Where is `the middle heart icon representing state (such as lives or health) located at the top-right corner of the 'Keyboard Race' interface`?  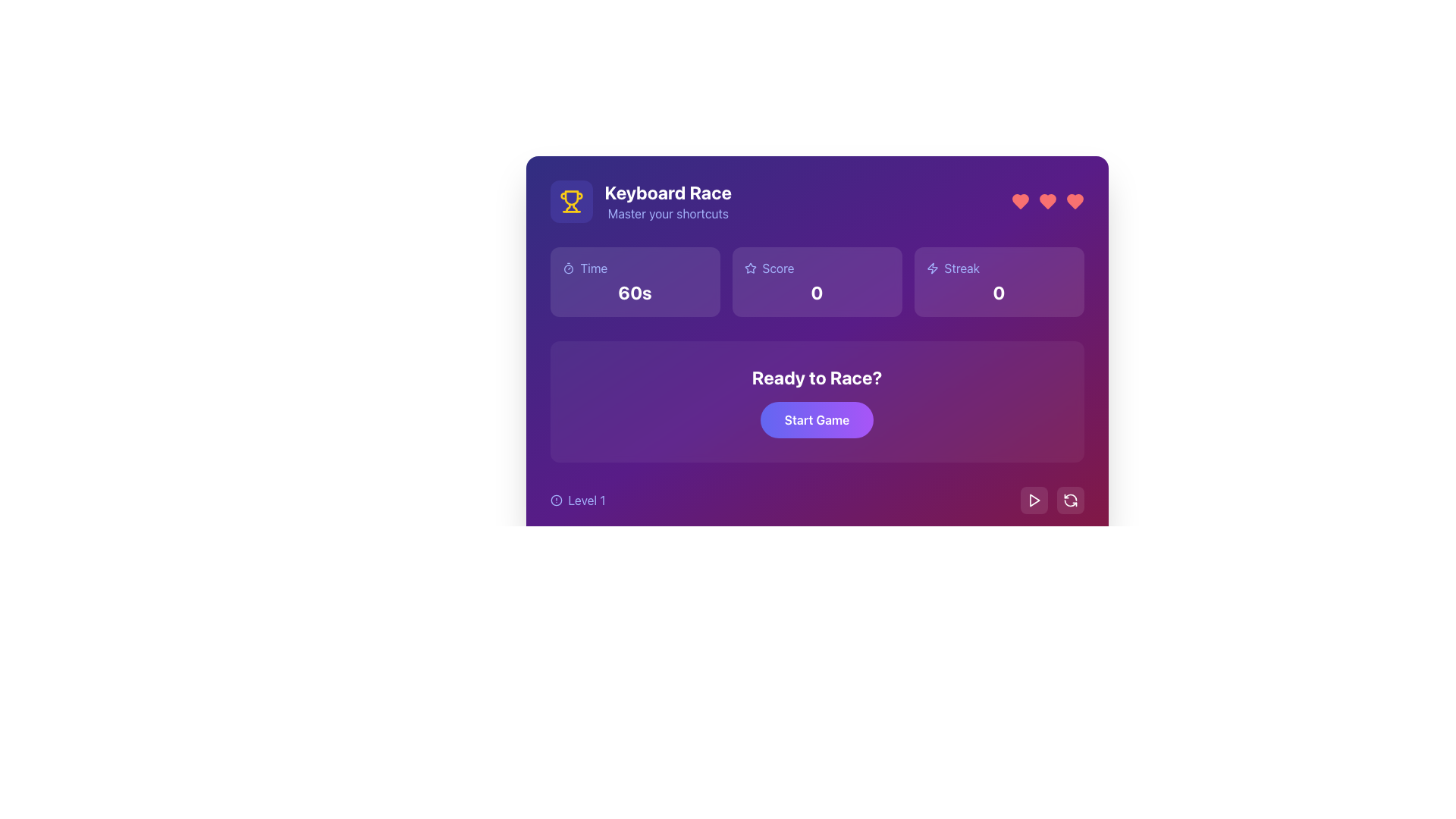
the middle heart icon representing state (such as lives or health) located at the top-right corner of the 'Keyboard Race' interface is located at coordinates (1046, 201).